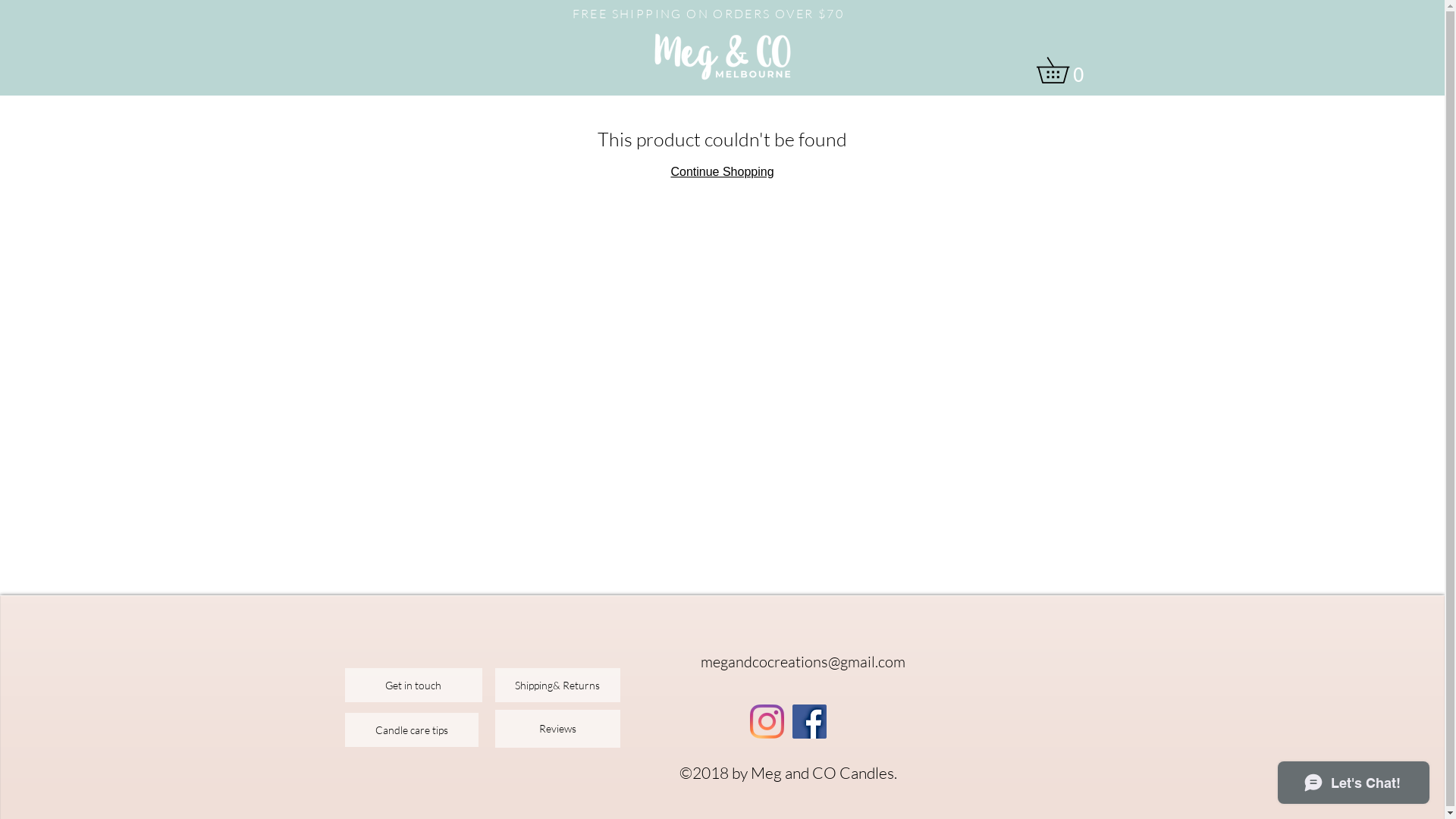 This screenshot has height=819, width=1456. What do you see at coordinates (344, 685) in the screenshot?
I see `'Get in touch'` at bounding box center [344, 685].